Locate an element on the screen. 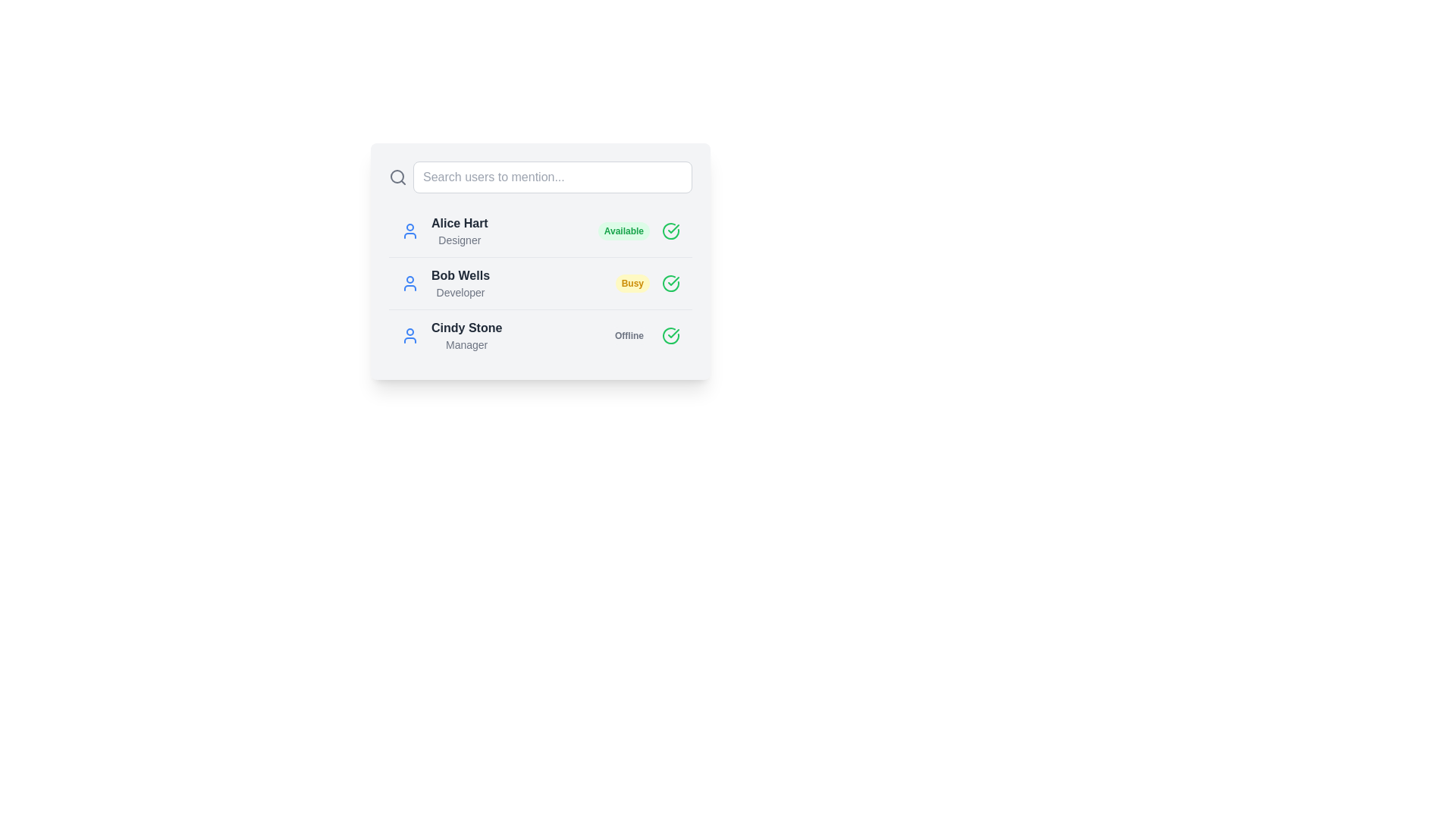 The height and width of the screenshot is (819, 1456). the text display that shows the user's name and professional role, located in the first row of the list-like interface, to the right of the blue user icon and above the green 'Available' status indicator is located at coordinates (459, 231).